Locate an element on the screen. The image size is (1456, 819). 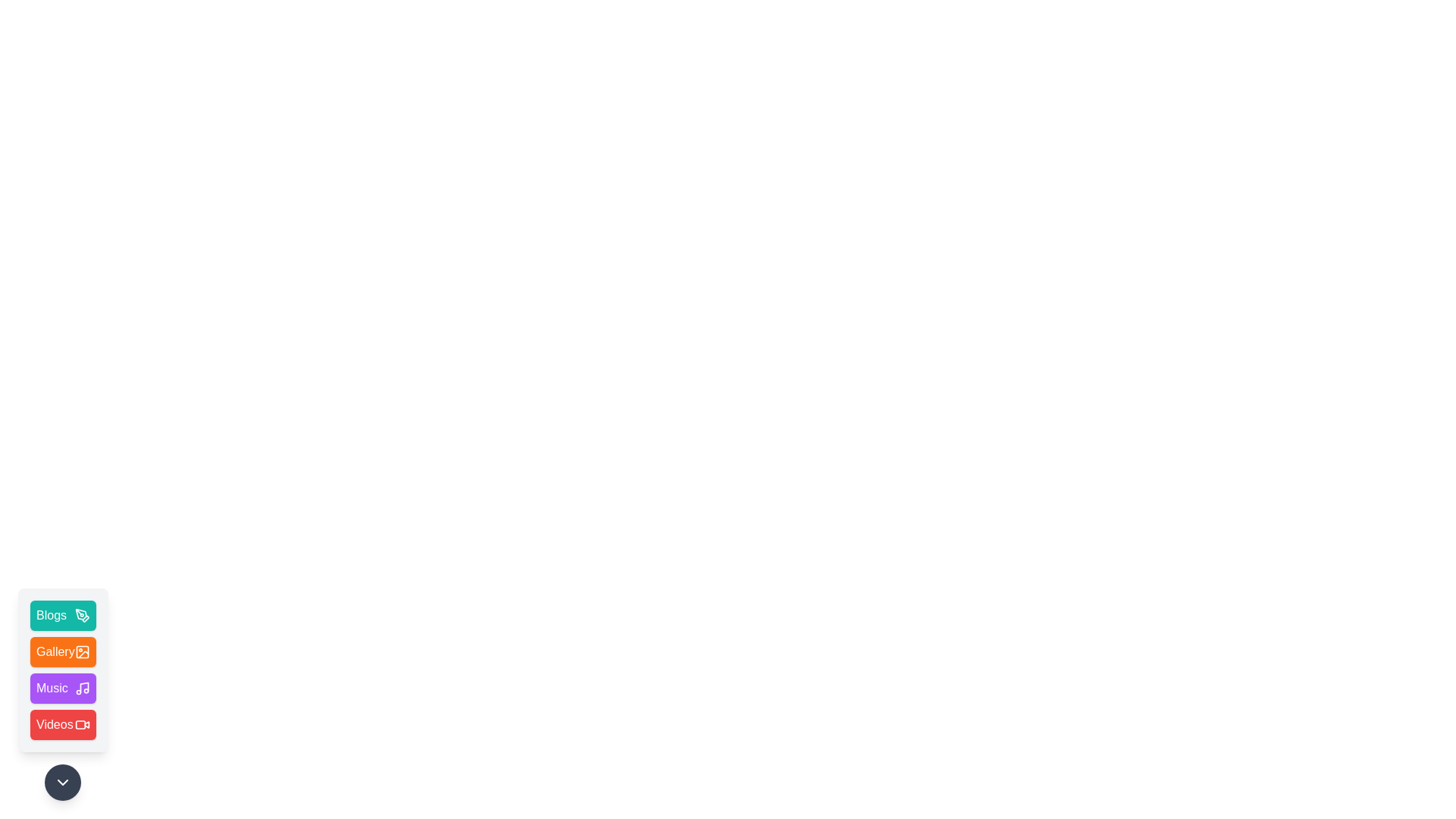
the toggle button to expand or collapse the menu is located at coordinates (62, 783).